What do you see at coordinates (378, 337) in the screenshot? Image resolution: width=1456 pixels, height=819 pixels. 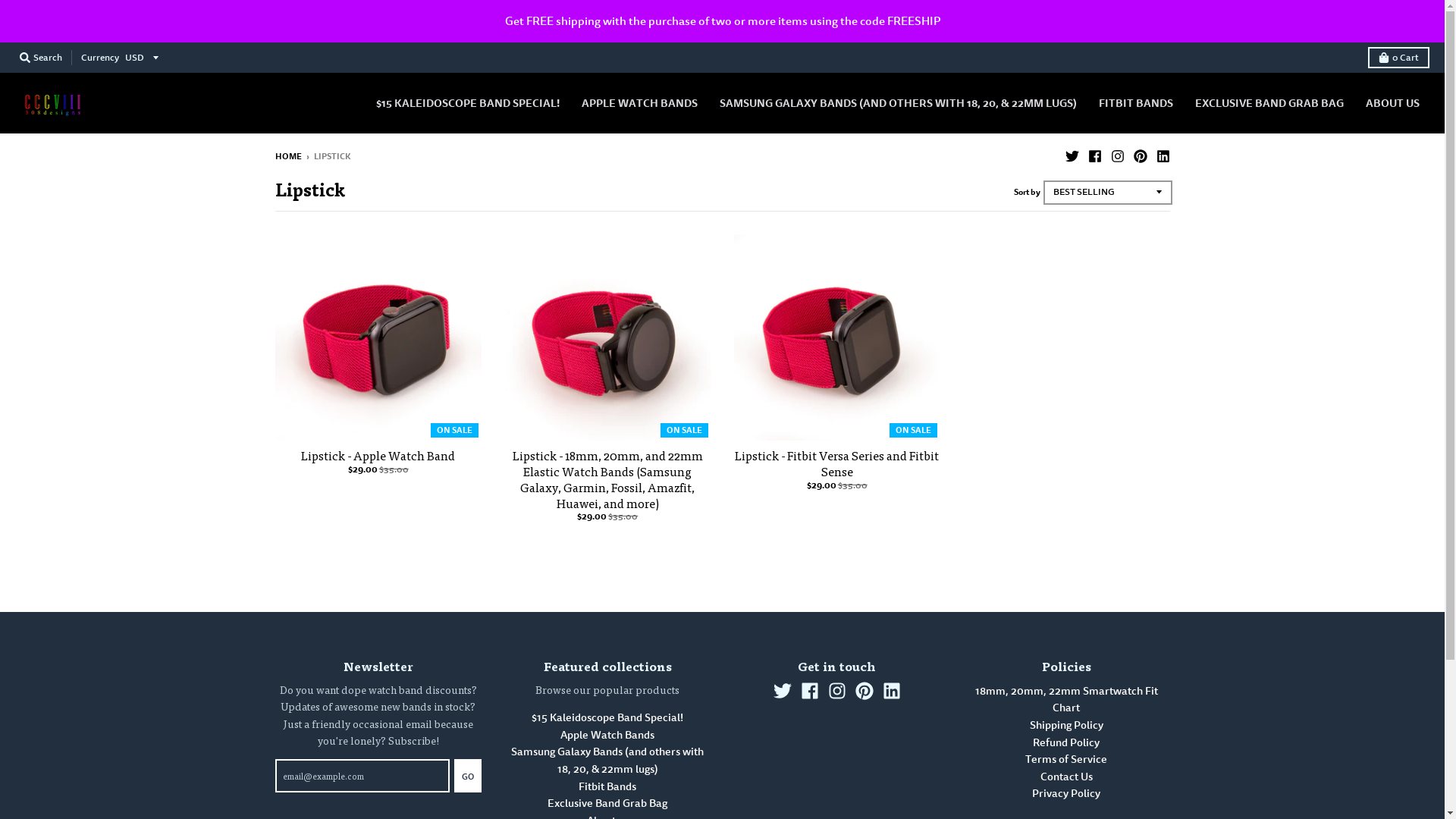 I see `'ON SALE'` at bounding box center [378, 337].